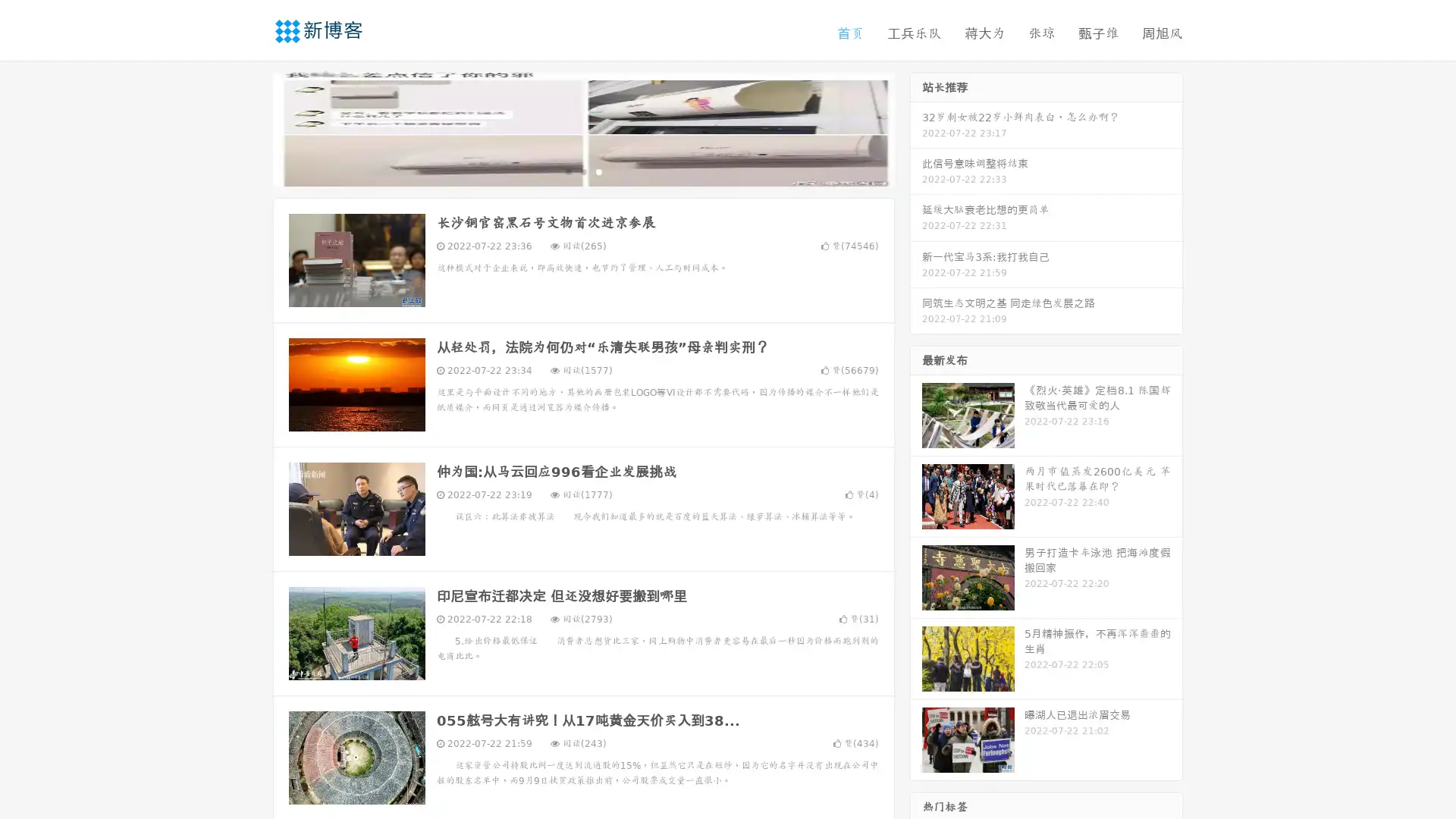 The width and height of the screenshot is (1456, 819). What do you see at coordinates (916, 127) in the screenshot?
I see `Next slide` at bounding box center [916, 127].